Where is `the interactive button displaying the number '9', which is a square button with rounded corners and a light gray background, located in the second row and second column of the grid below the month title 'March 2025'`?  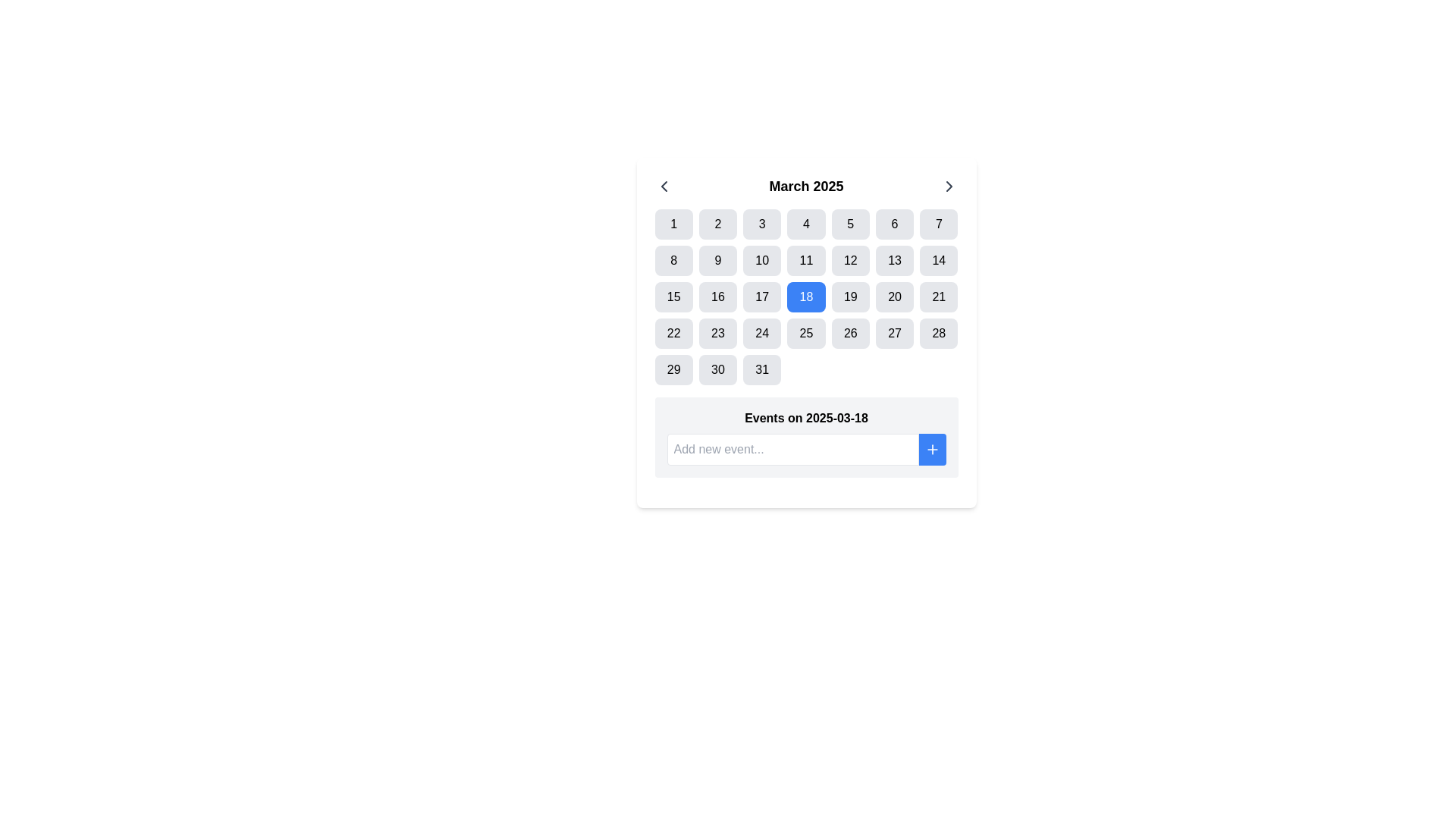 the interactive button displaying the number '9', which is a square button with rounded corners and a light gray background, located in the second row and second column of the grid below the month title 'March 2025' is located at coordinates (717, 259).